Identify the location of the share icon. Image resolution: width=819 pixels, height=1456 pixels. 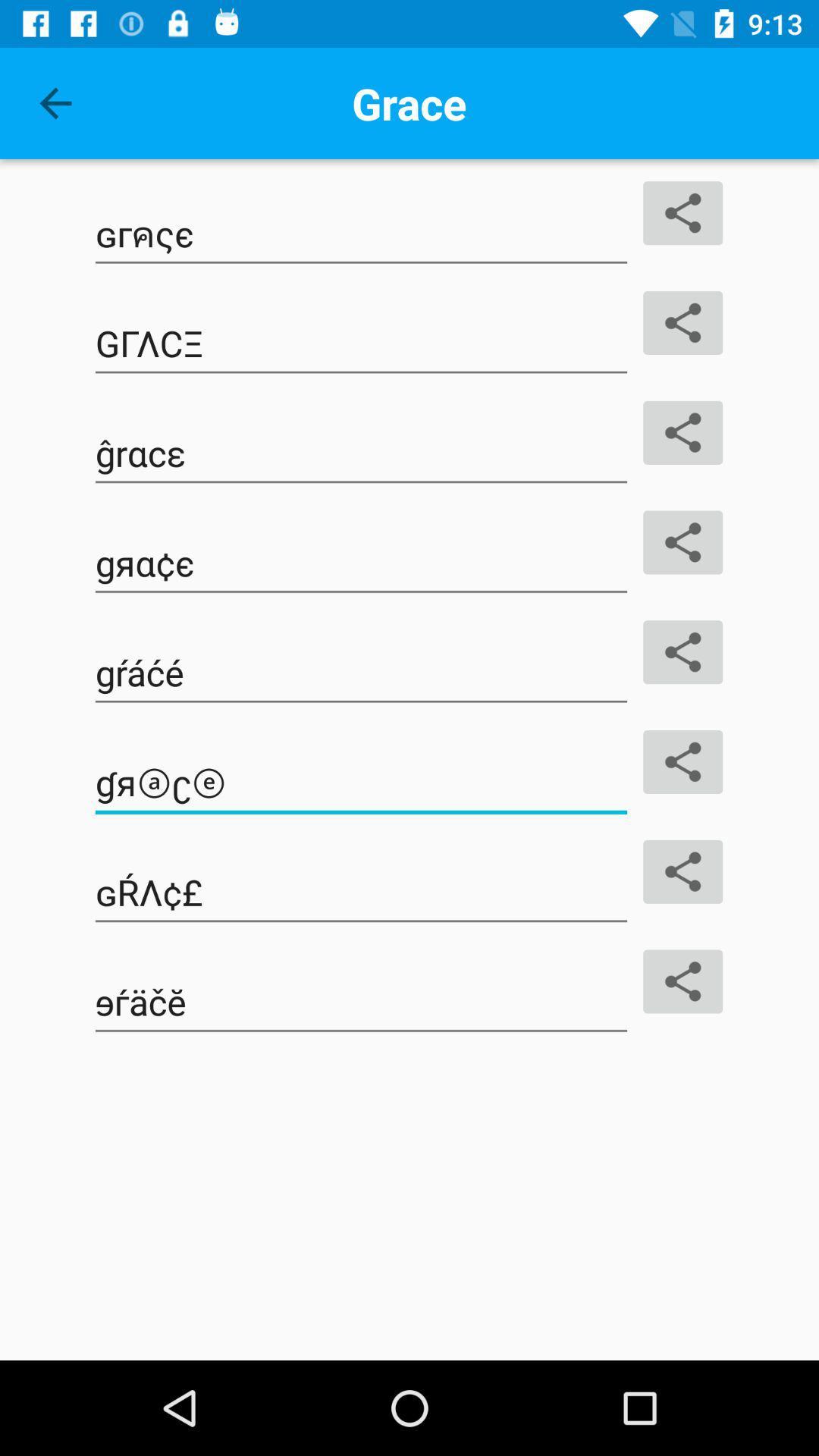
(682, 322).